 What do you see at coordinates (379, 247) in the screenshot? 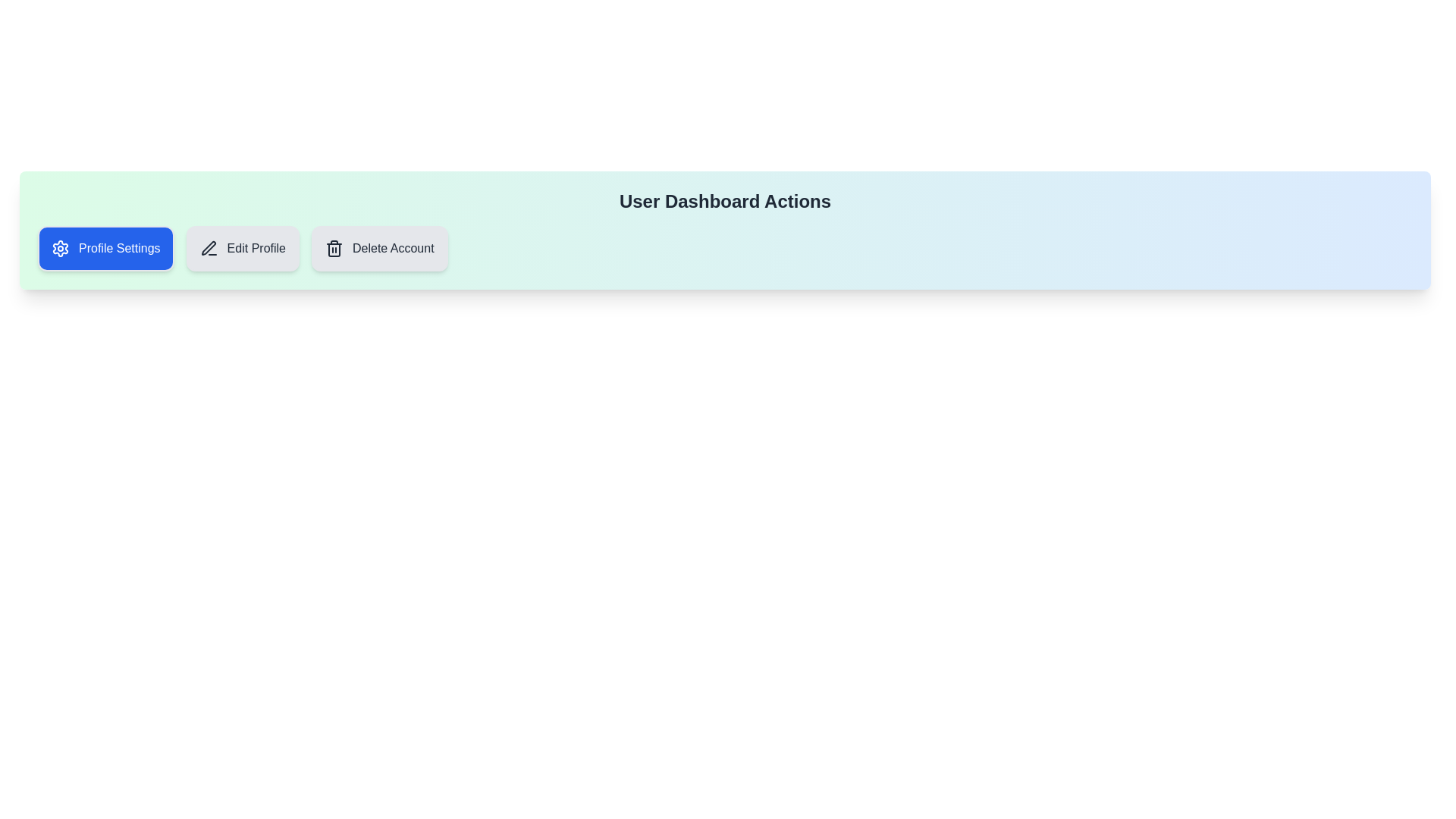
I see `the chip labeled Delete Account` at bounding box center [379, 247].